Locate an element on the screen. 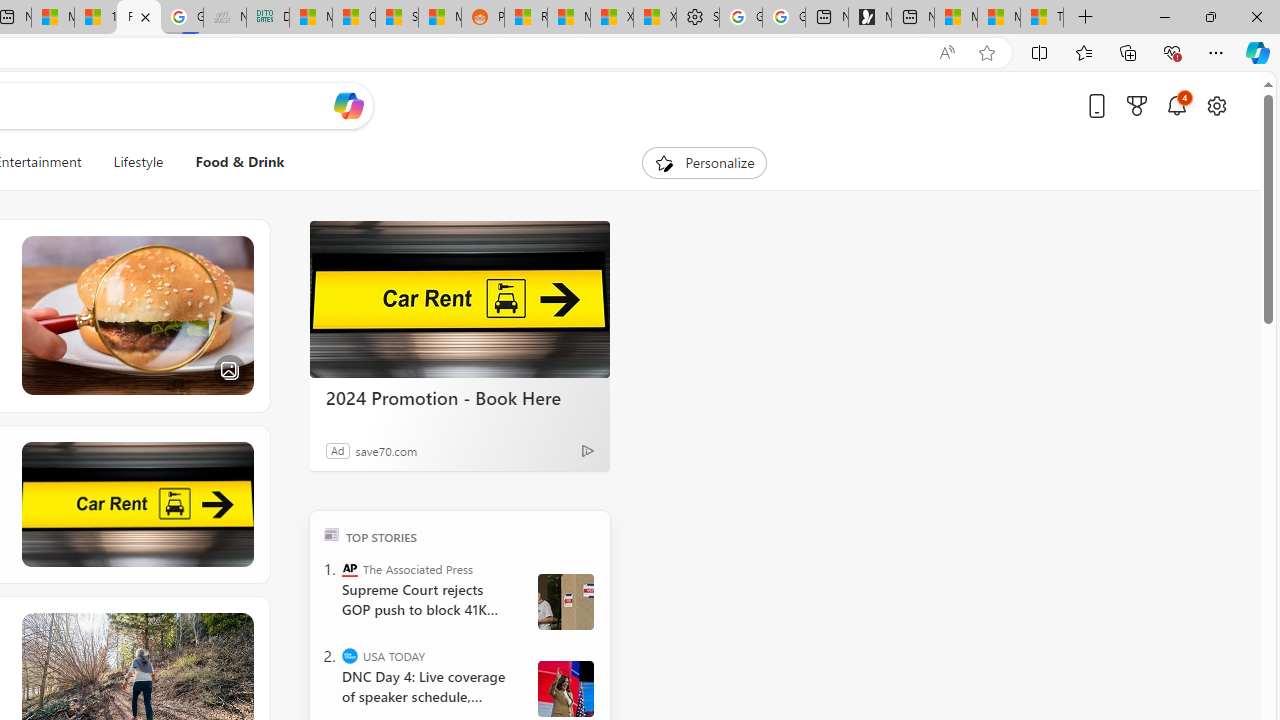 This screenshot has width=1280, height=720. '14 Common Myths Debunked By Scientific Facts' is located at coordinates (95, 17).